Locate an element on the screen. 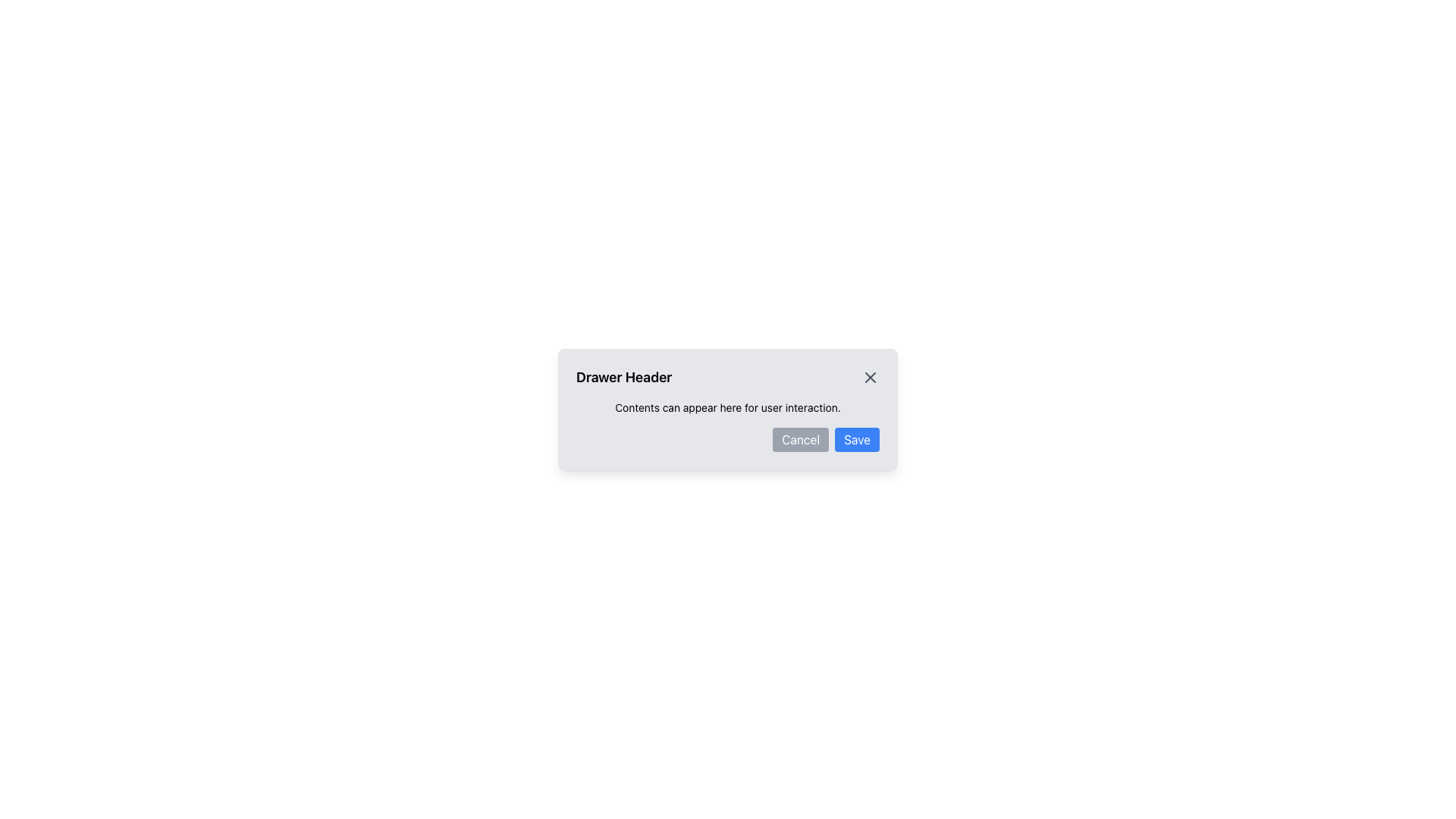 Image resolution: width=1456 pixels, height=819 pixels. the 'Save' button located at the bottom-right corner of the dialog box is located at coordinates (857, 439).